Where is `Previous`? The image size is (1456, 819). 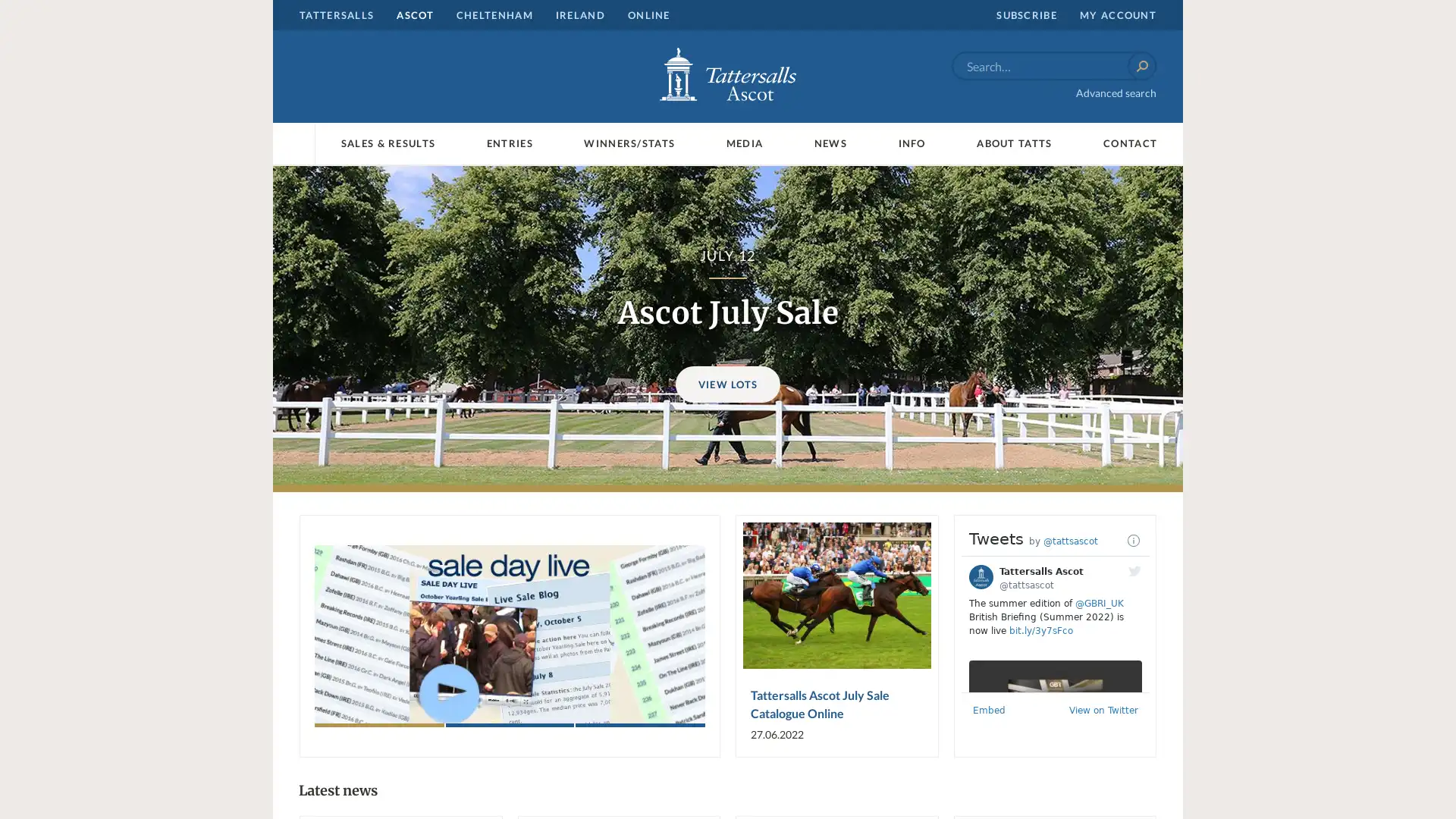
Previous is located at coordinates (333, 635).